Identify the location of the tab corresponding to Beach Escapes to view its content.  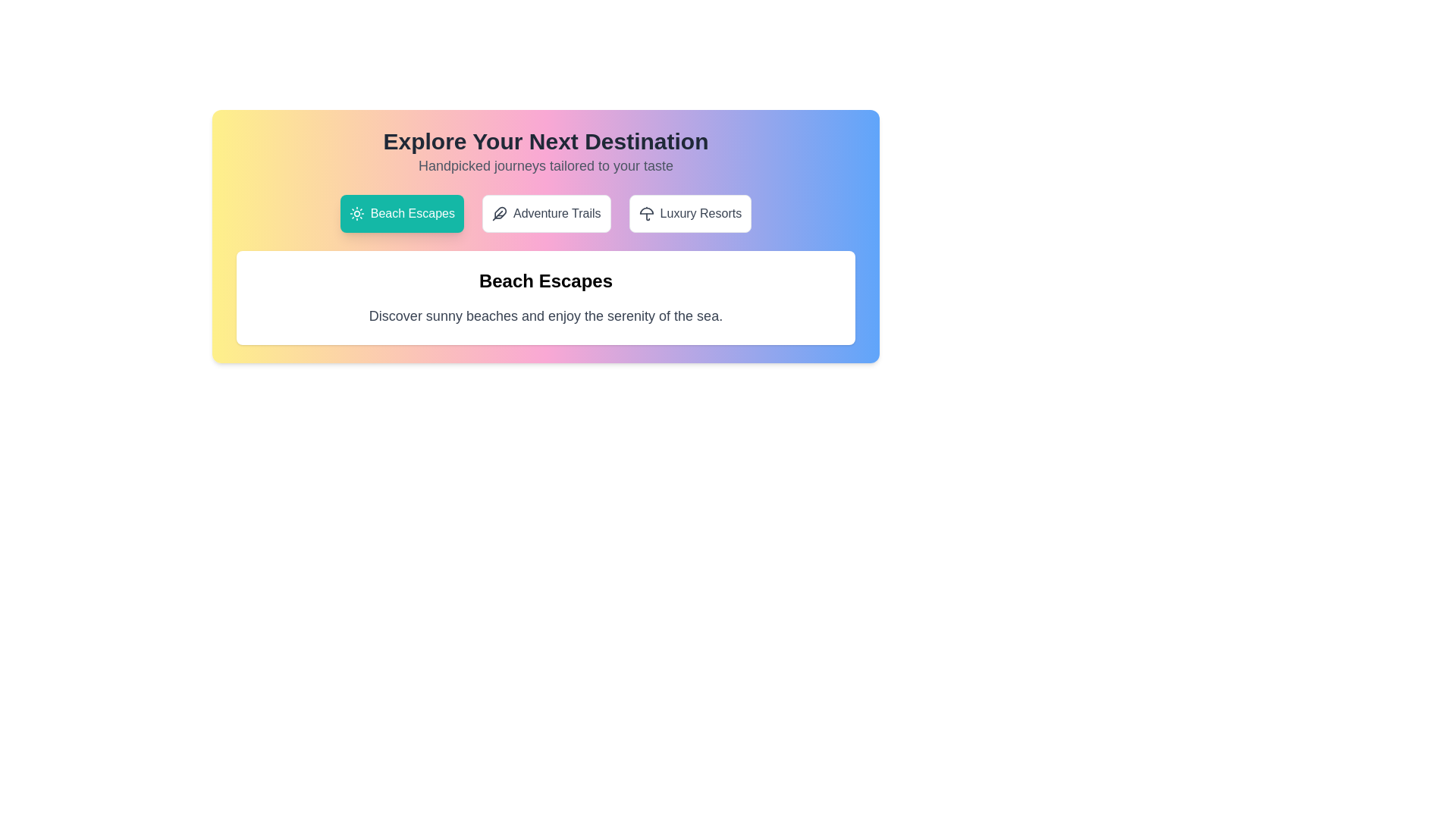
(401, 213).